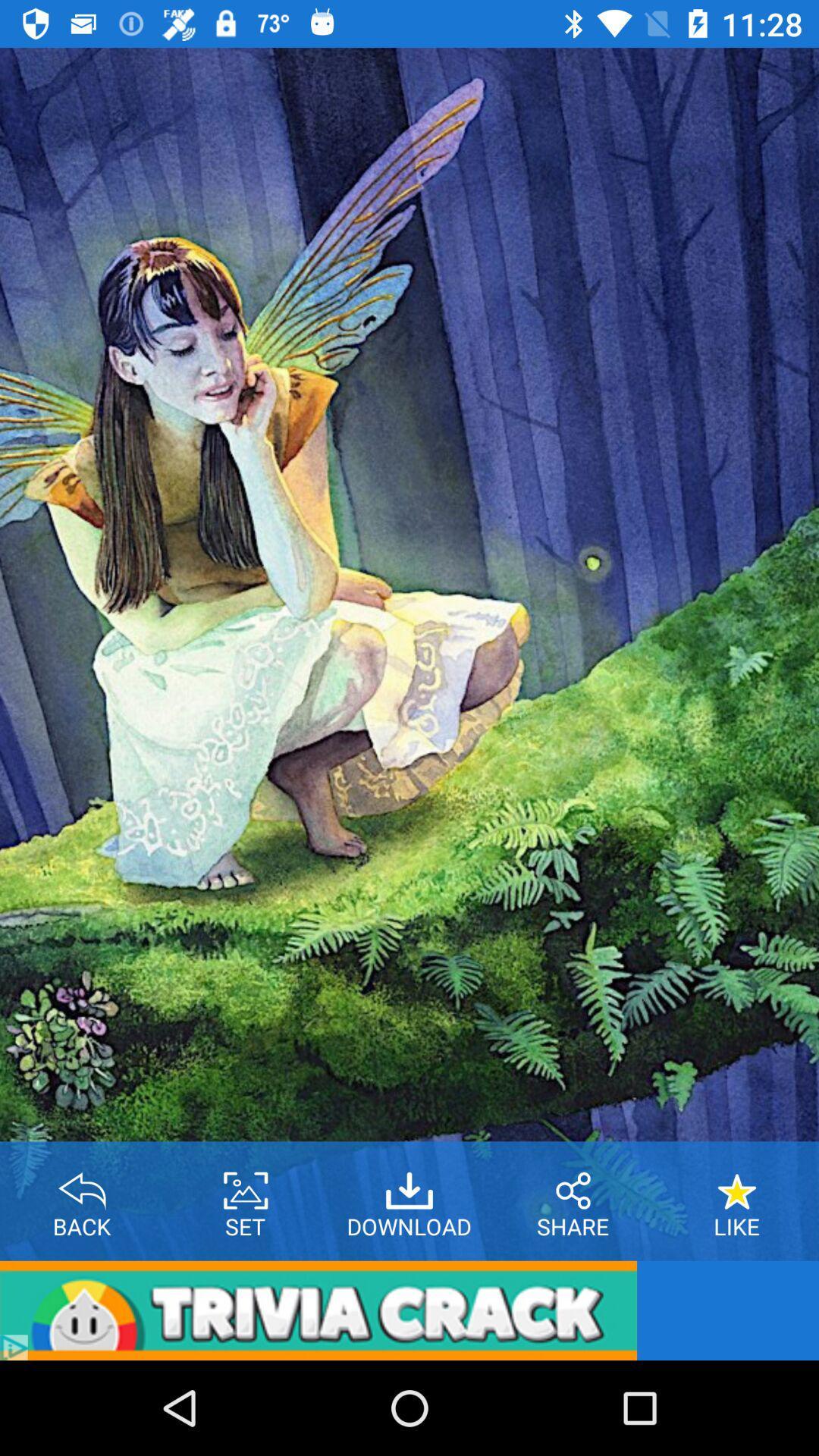 The width and height of the screenshot is (819, 1456). What do you see at coordinates (82, 1185) in the screenshot?
I see `go back` at bounding box center [82, 1185].